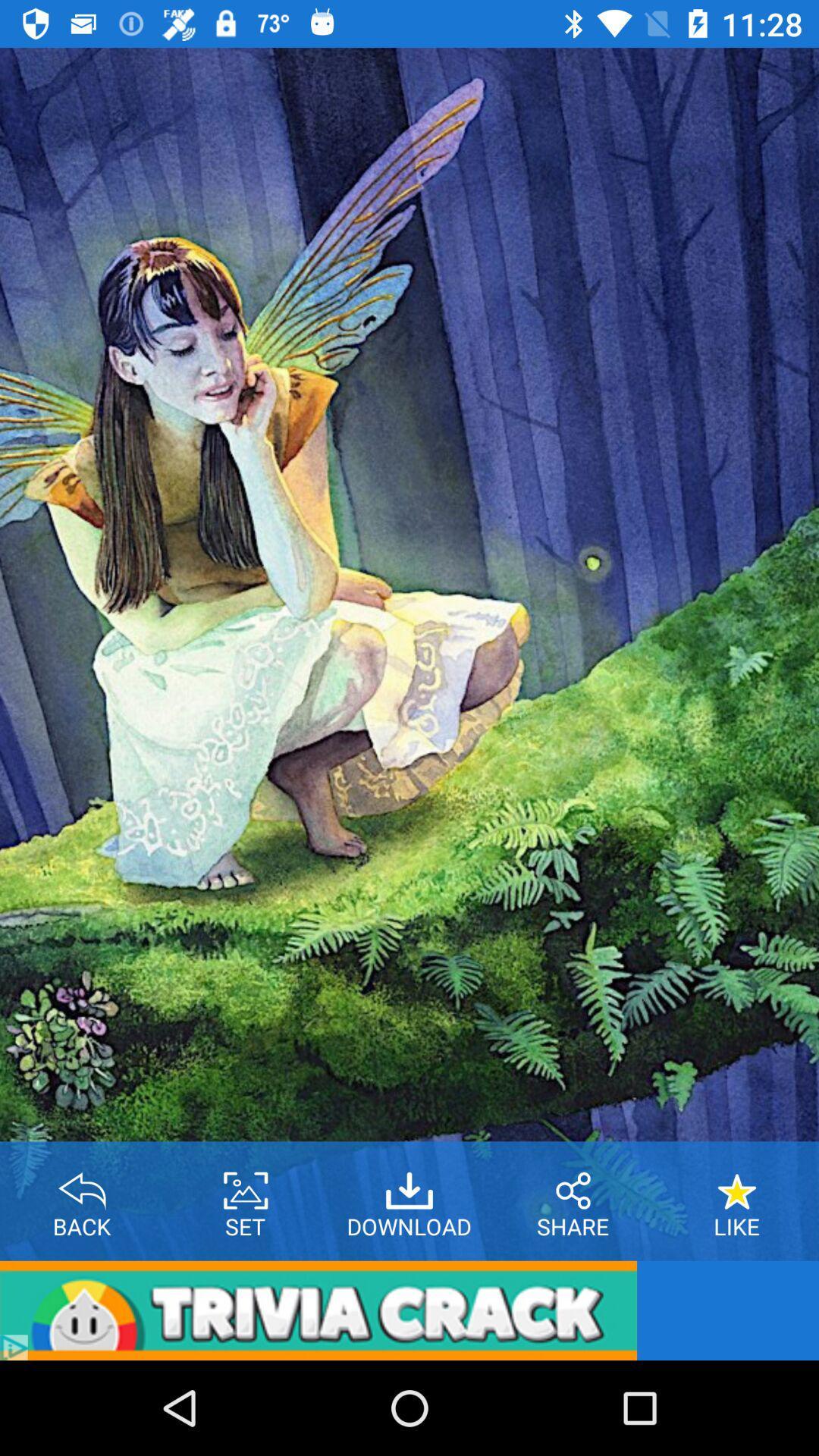 The width and height of the screenshot is (819, 1456). What do you see at coordinates (82, 1185) in the screenshot?
I see `go back` at bounding box center [82, 1185].